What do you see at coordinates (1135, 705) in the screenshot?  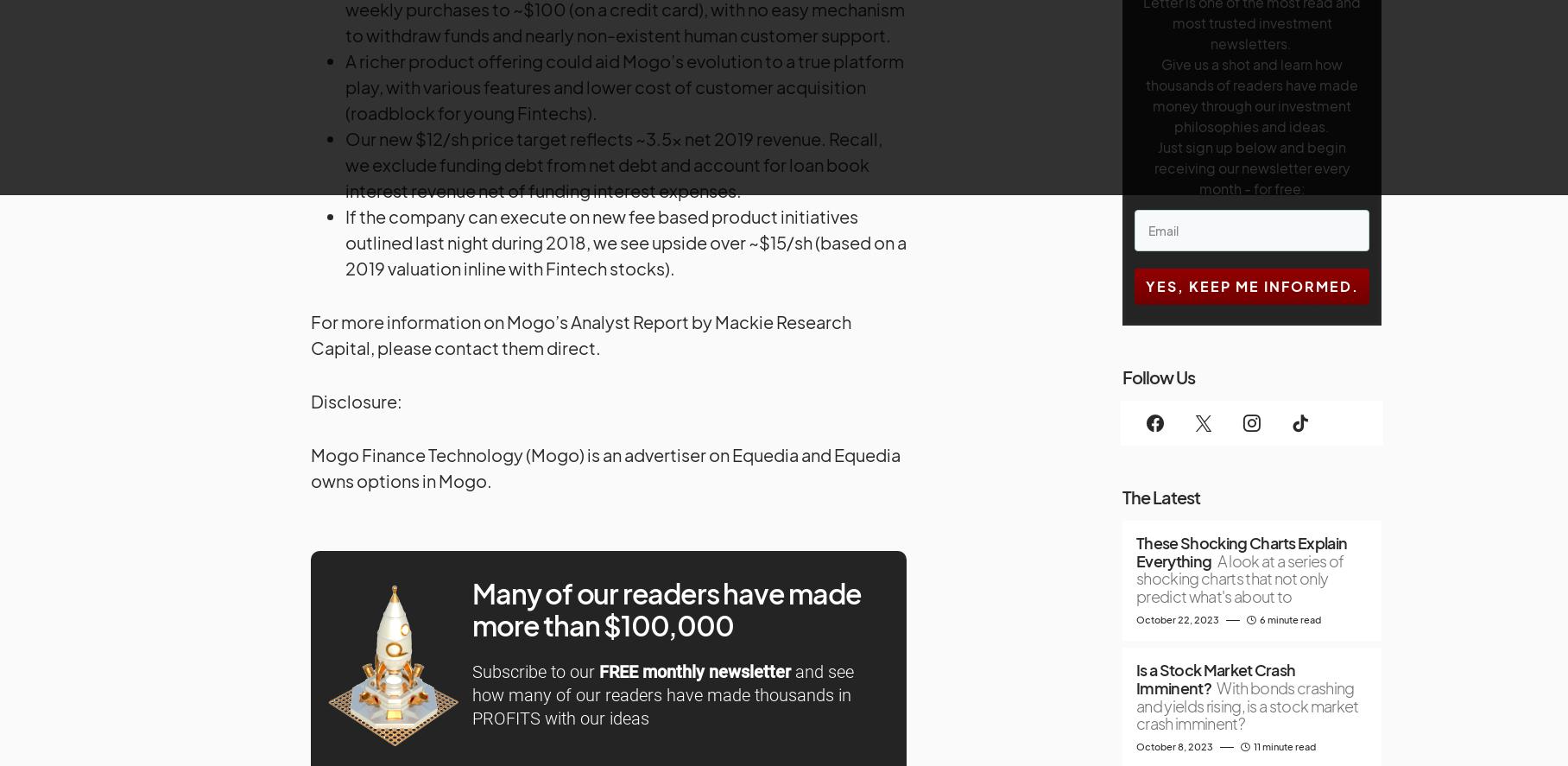 I see `'With bonds crashing and yields rising, is a stock market crash imminent?'` at bounding box center [1135, 705].